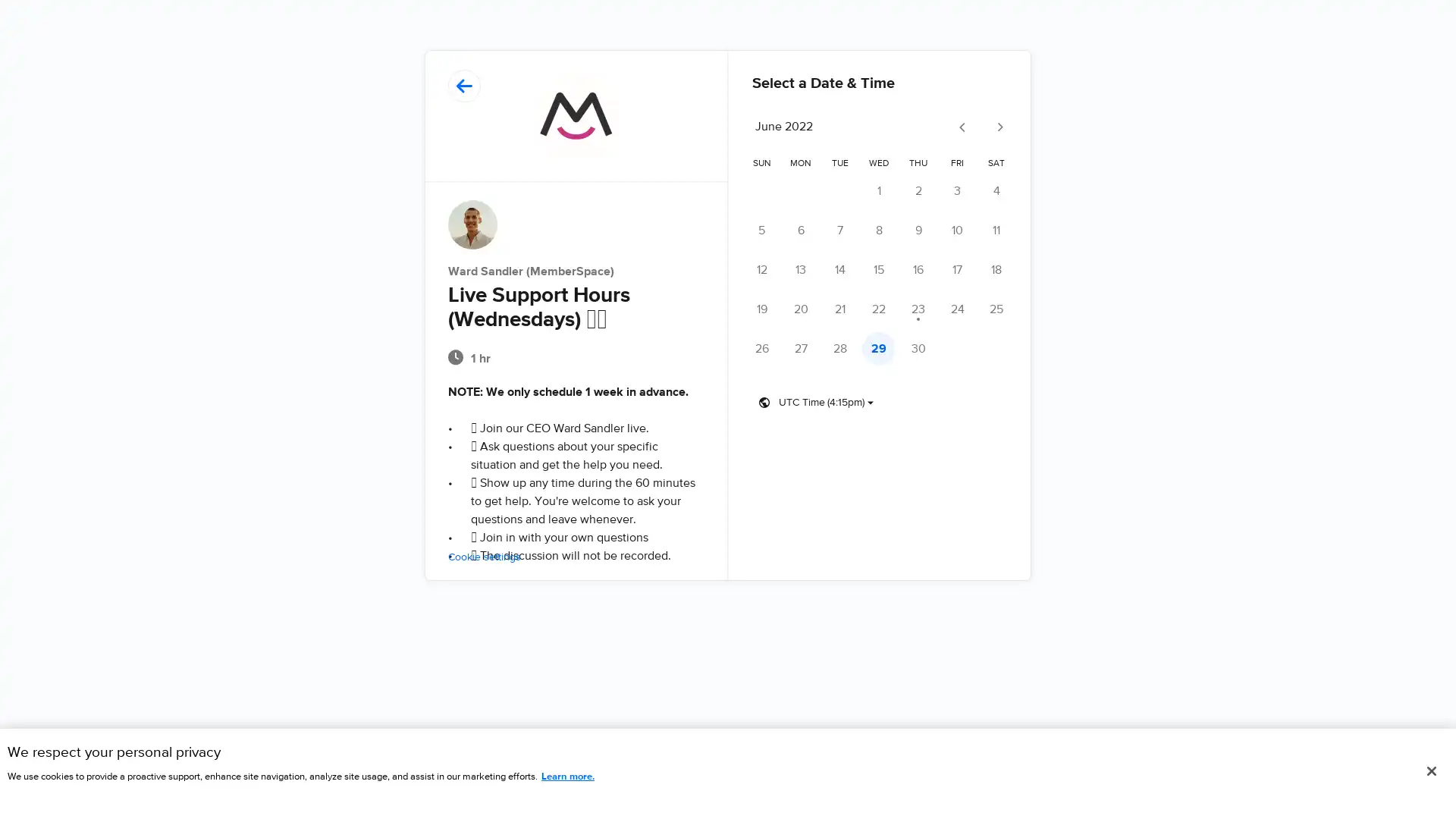  Describe the element at coordinates (917, 268) in the screenshot. I see `Thursday, June 16 - No times available` at that location.